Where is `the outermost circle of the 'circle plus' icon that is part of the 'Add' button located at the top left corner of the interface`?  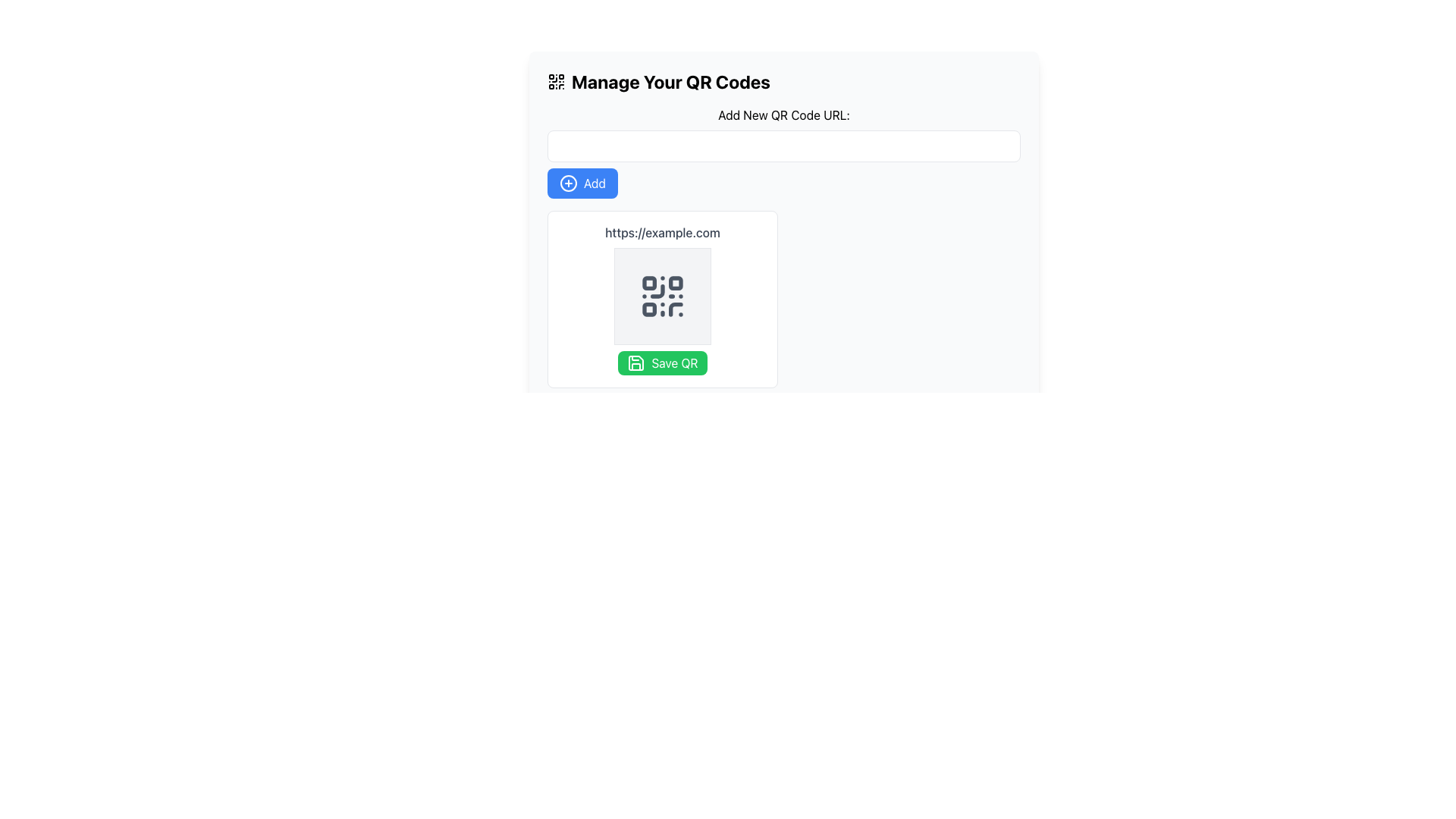
the outermost circle of the 'circle plus' icon that is part of the 'Add' button located at the top left corner of the interface is located at coordinates (567, 183).